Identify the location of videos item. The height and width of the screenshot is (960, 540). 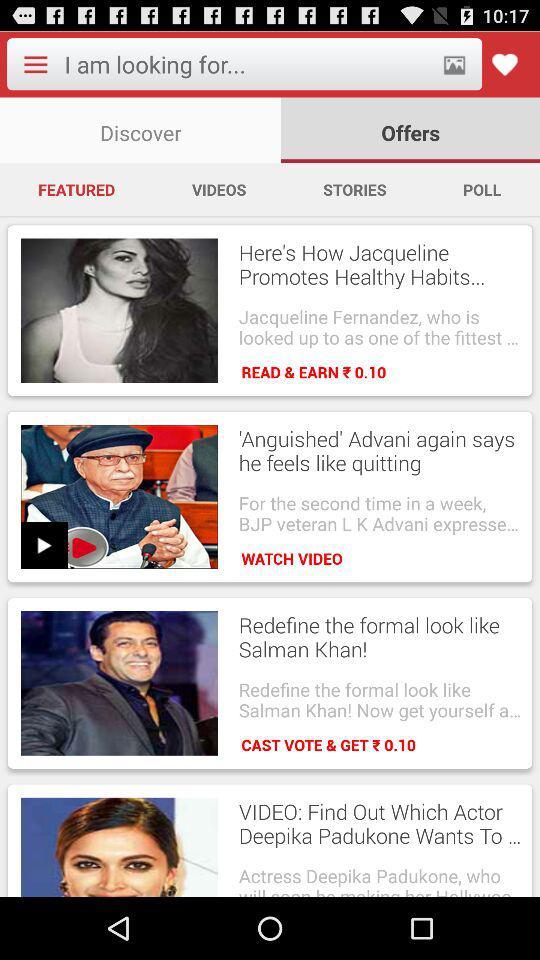
(218, 189).